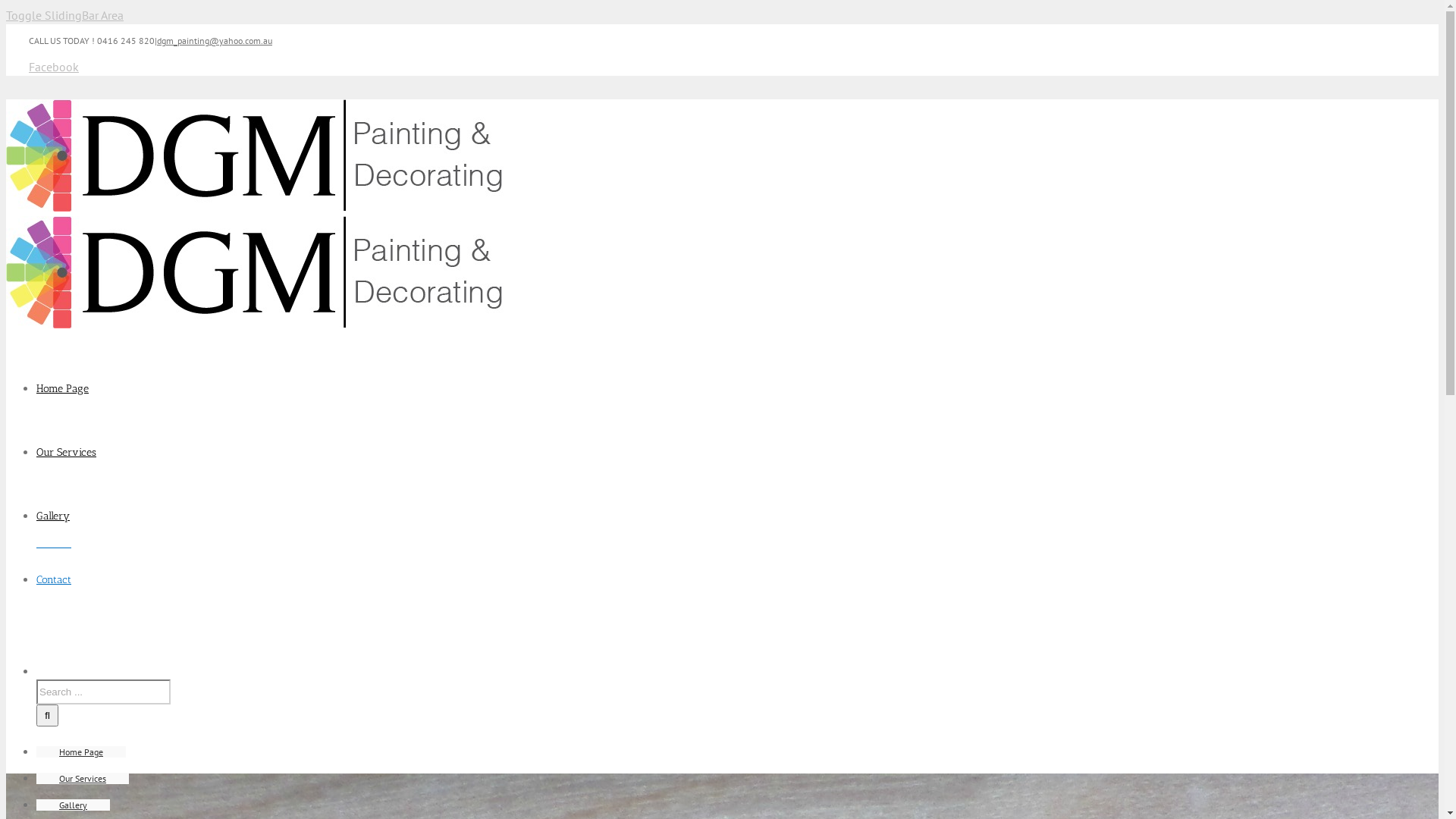 This screenshot has width=1456, height=819. Describe the element at coordinates (72, 804) in the screenshot. I see `'Gallery'` at that location.